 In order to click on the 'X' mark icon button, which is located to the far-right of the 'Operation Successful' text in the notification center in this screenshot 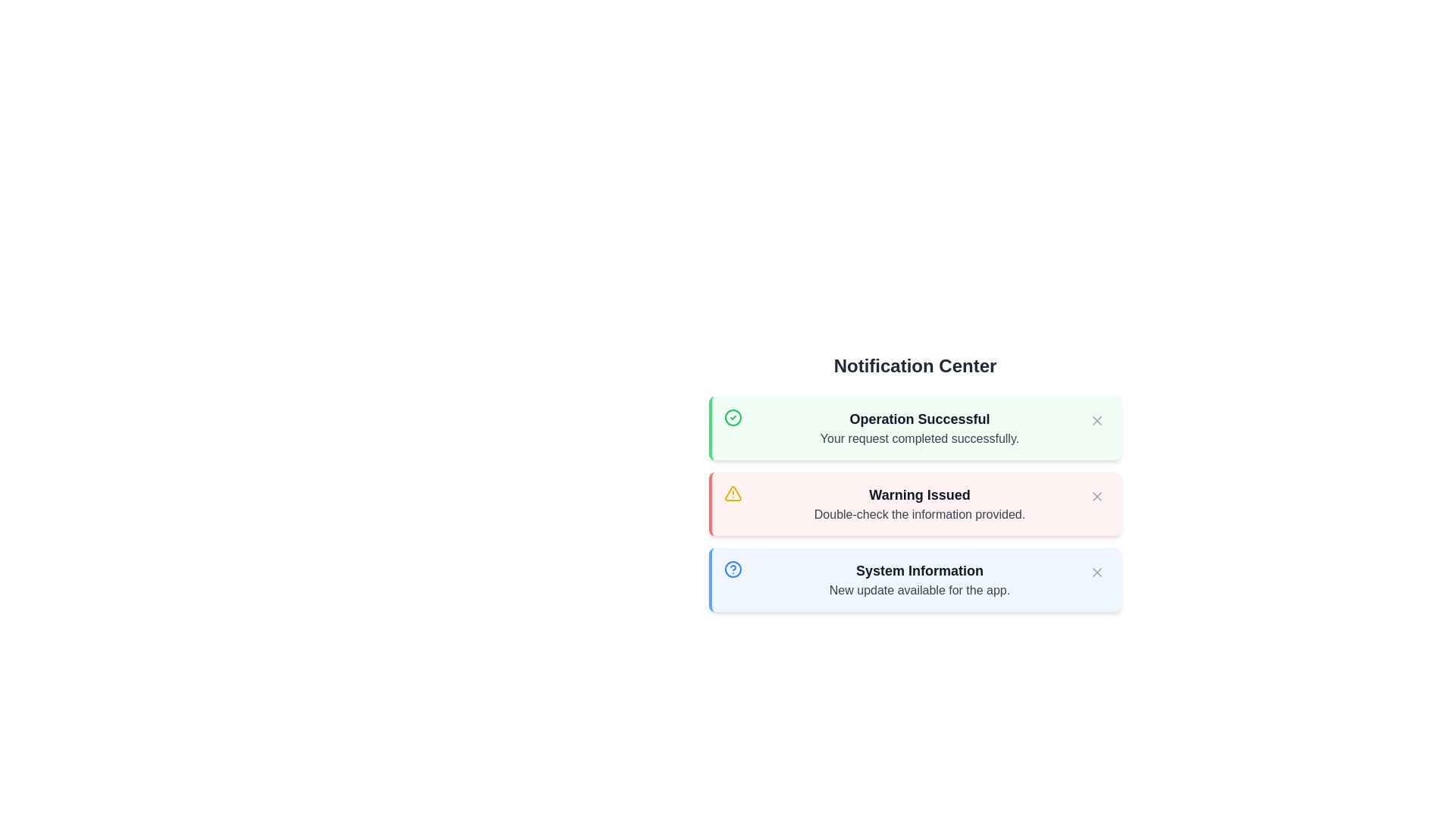, I will do `click(1097, 421)`.